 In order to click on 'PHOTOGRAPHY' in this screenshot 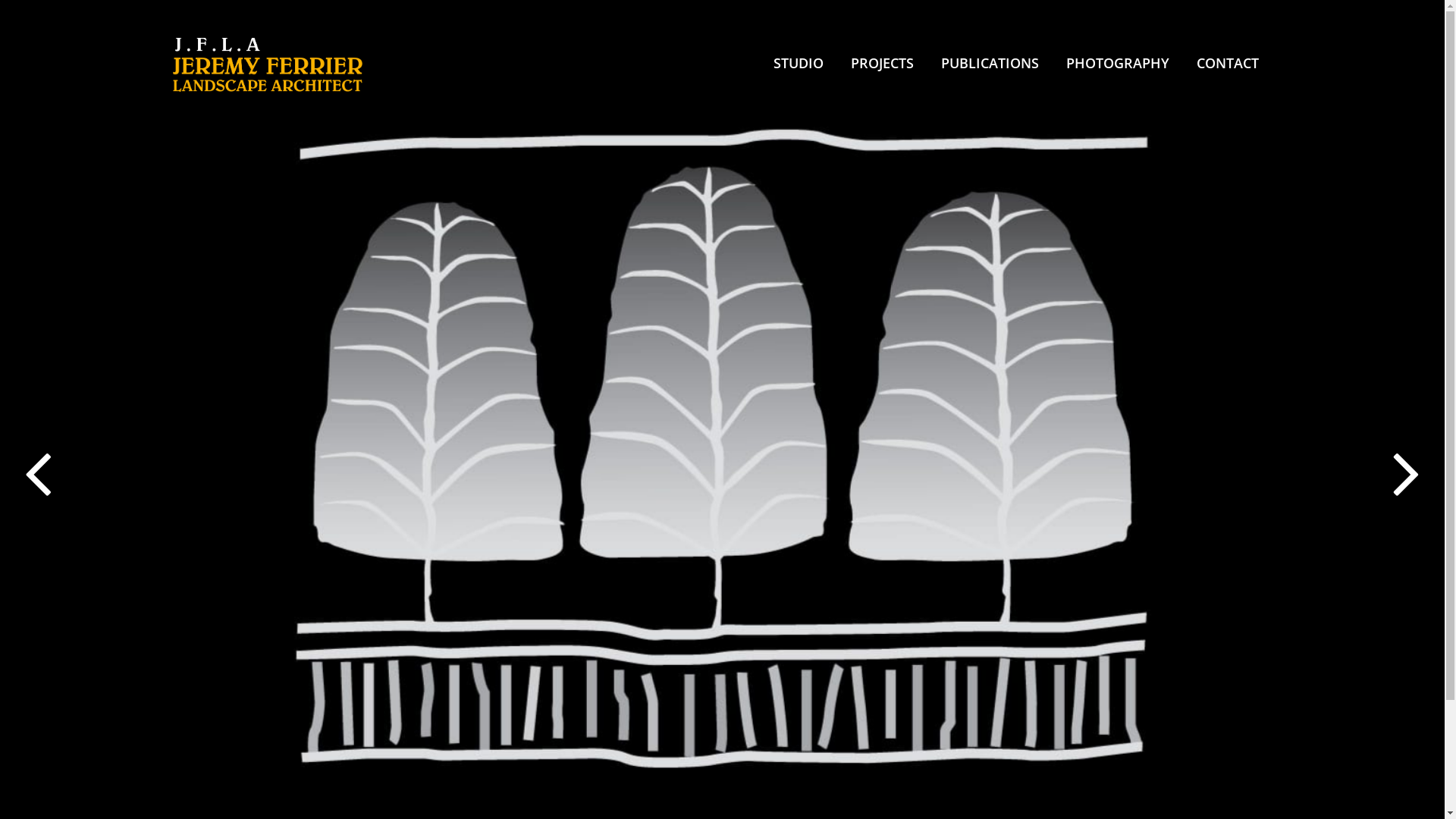, I will do `click(1117, 62)`.